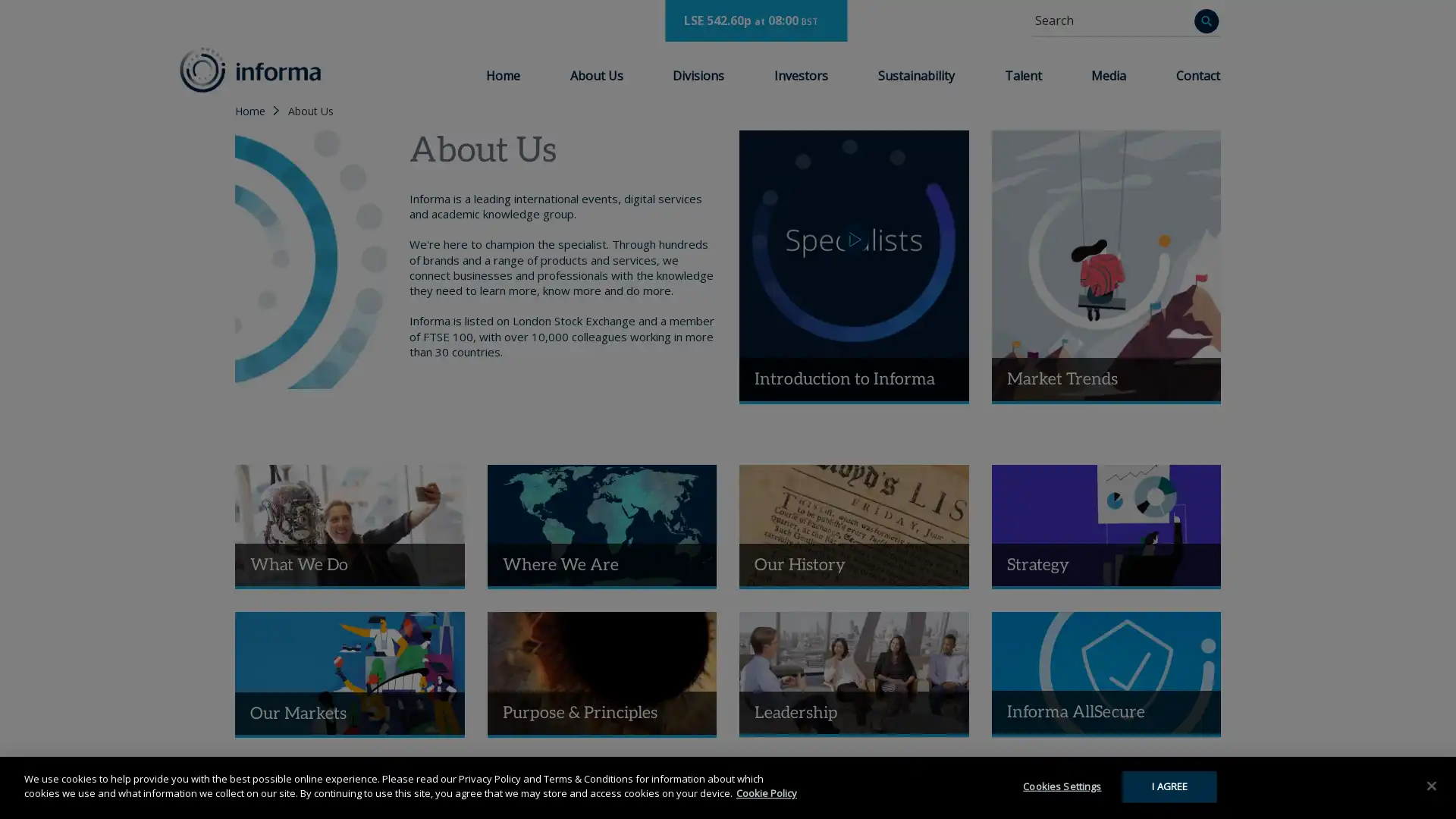 The image size is (1456, 819). I want to click on Cookies Settings, so click(1061, 786).